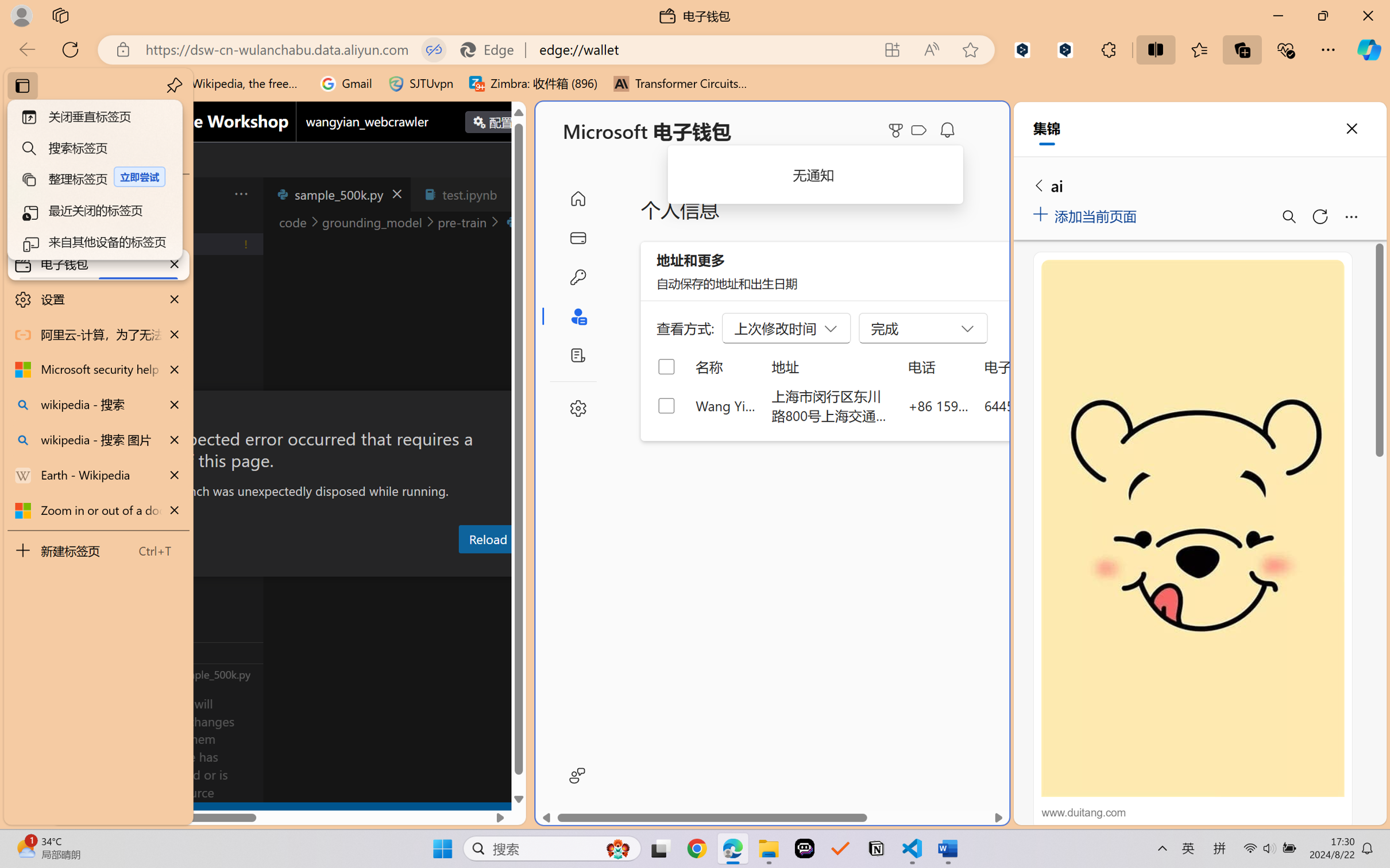  I want to click on 'Debug Console (Ctrl+Shift+Y)', so click(464, 566).